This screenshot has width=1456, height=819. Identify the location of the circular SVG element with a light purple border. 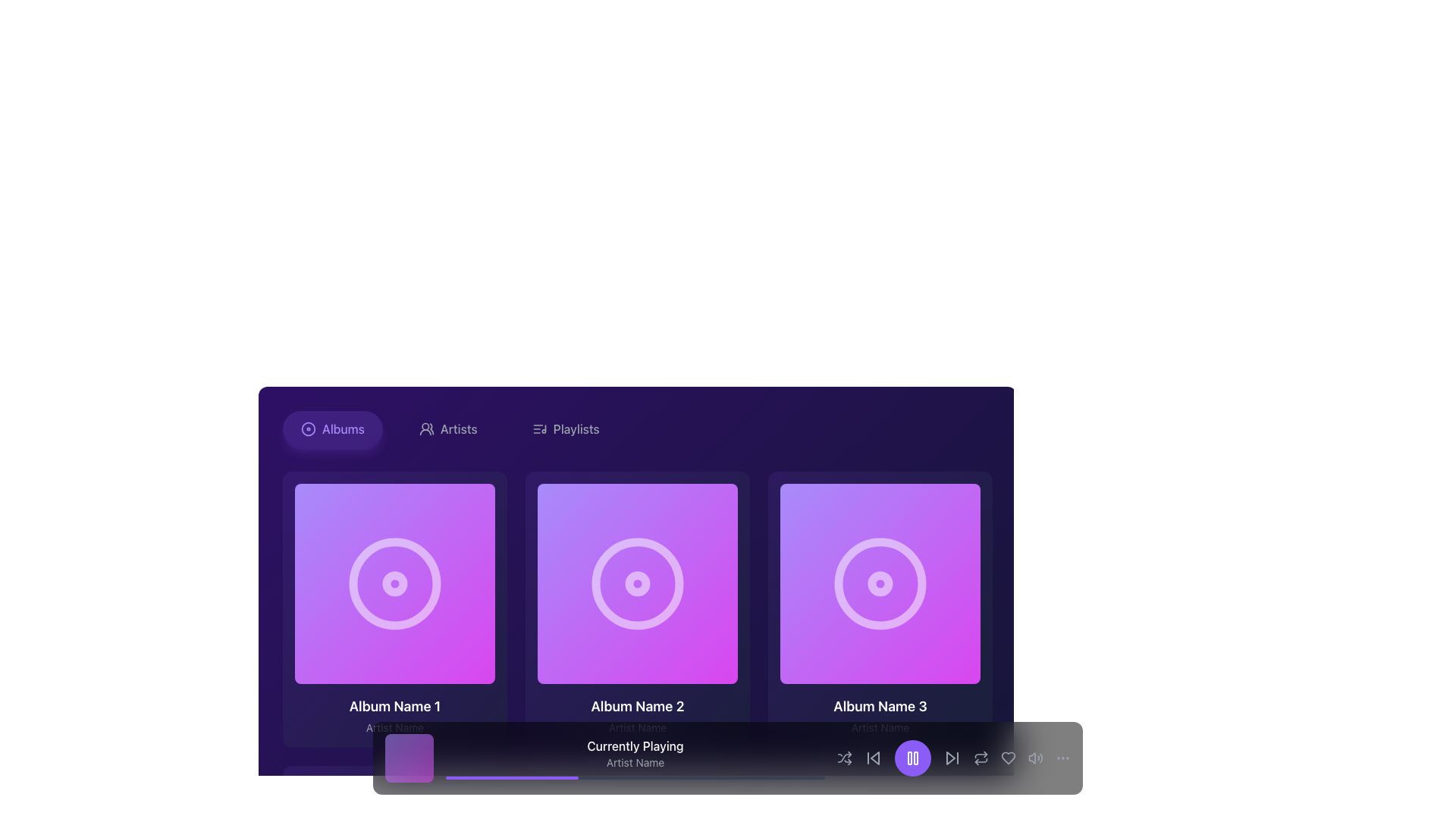
(637, 583).